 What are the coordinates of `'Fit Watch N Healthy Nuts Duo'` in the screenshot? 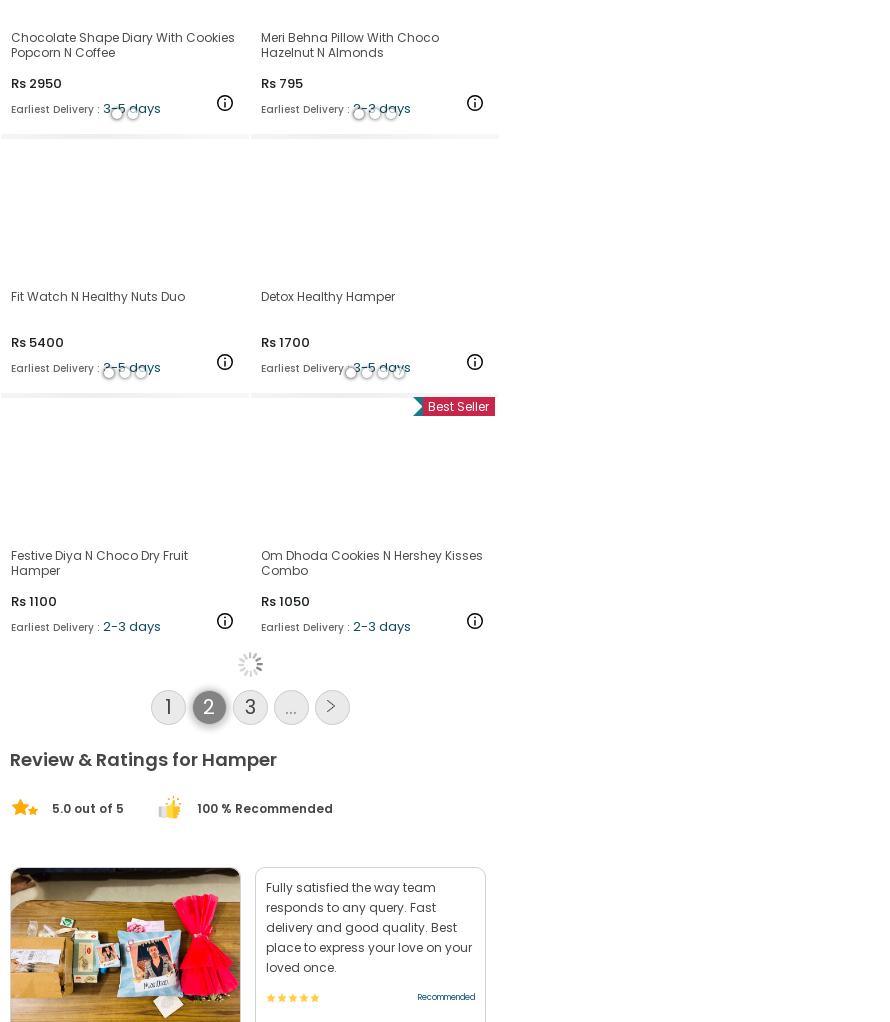 It's located at (96, 392).